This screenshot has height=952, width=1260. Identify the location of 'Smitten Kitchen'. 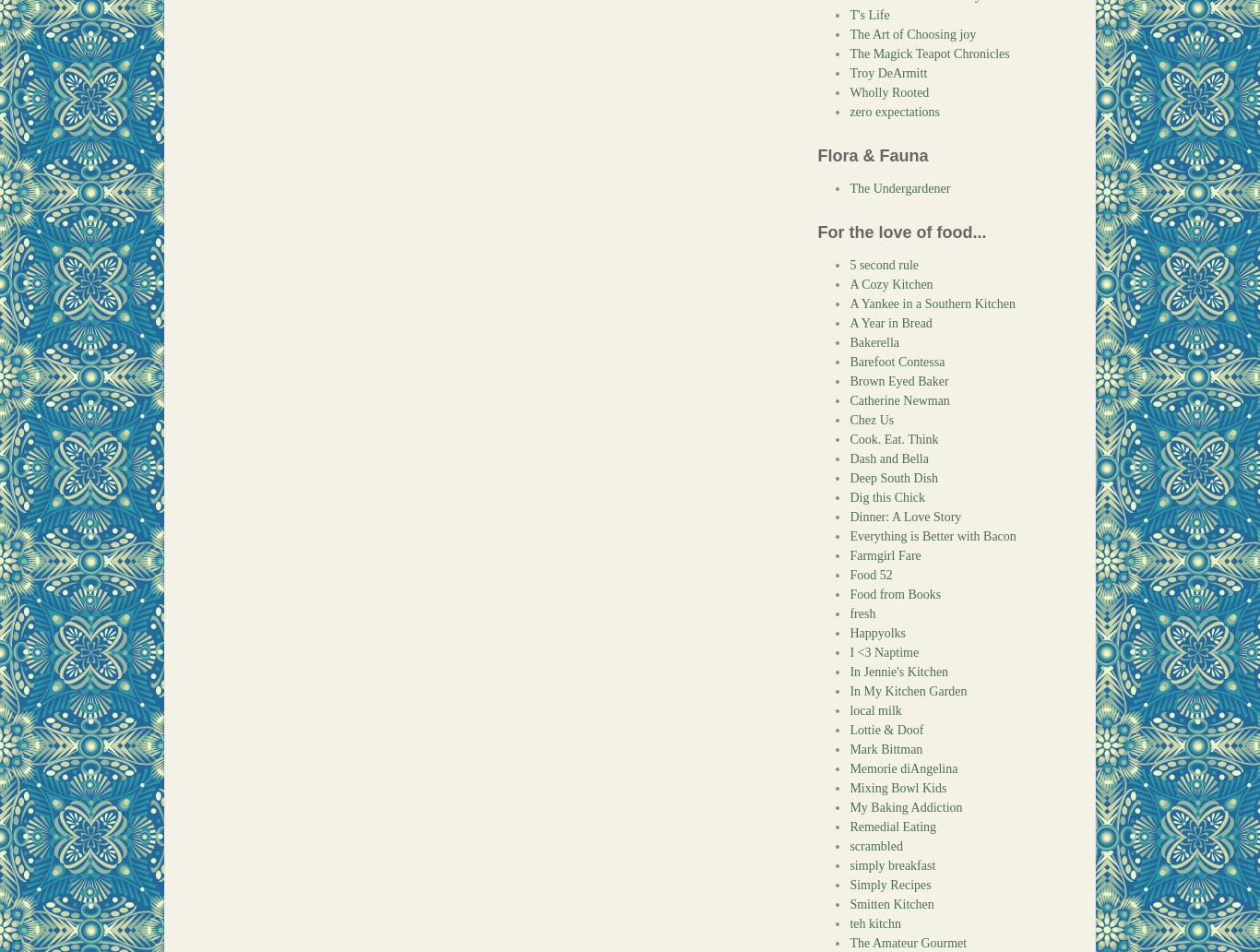
(891, 903).